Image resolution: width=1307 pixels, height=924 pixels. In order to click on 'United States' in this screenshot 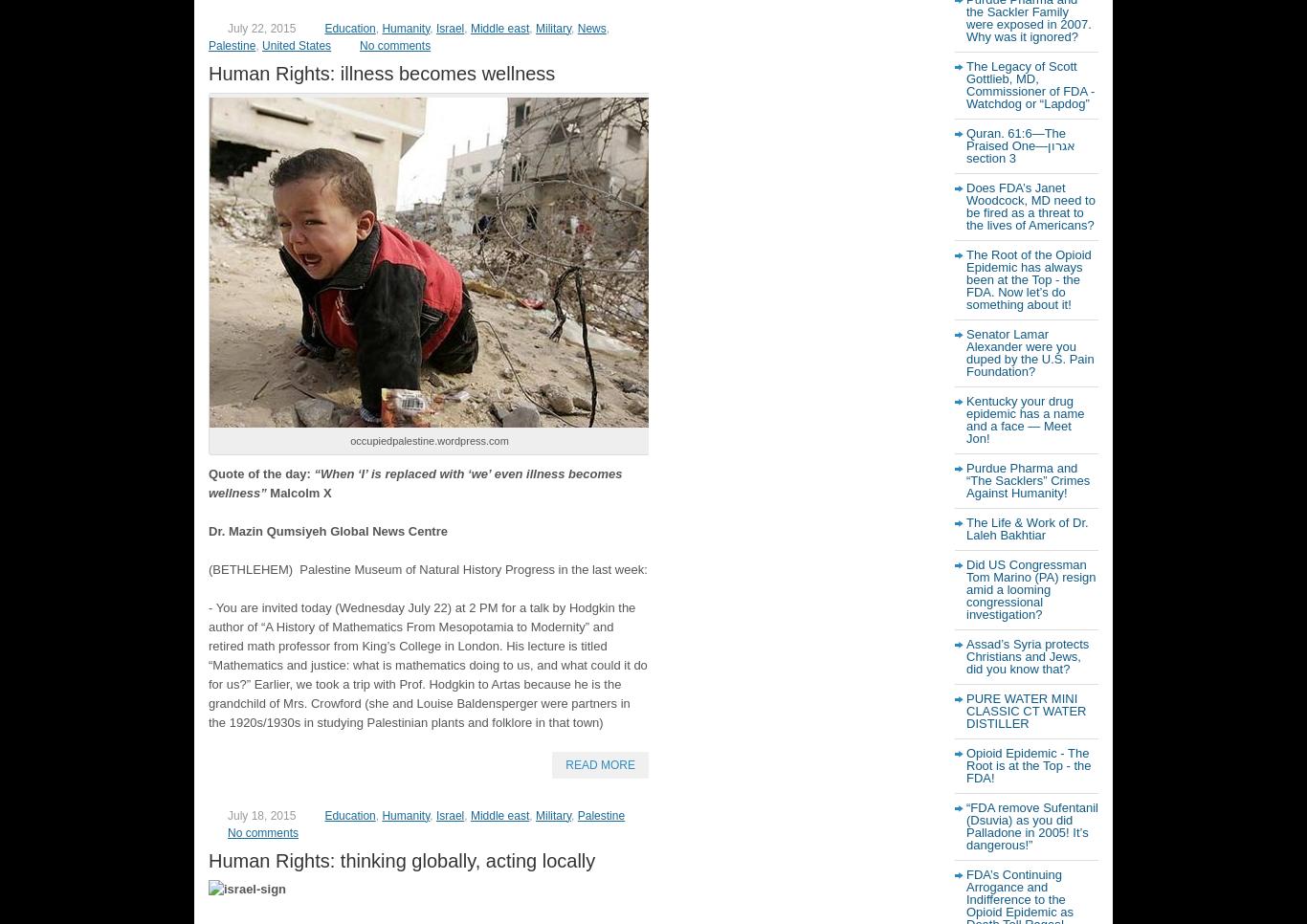, I will do `click(296, 45)`.